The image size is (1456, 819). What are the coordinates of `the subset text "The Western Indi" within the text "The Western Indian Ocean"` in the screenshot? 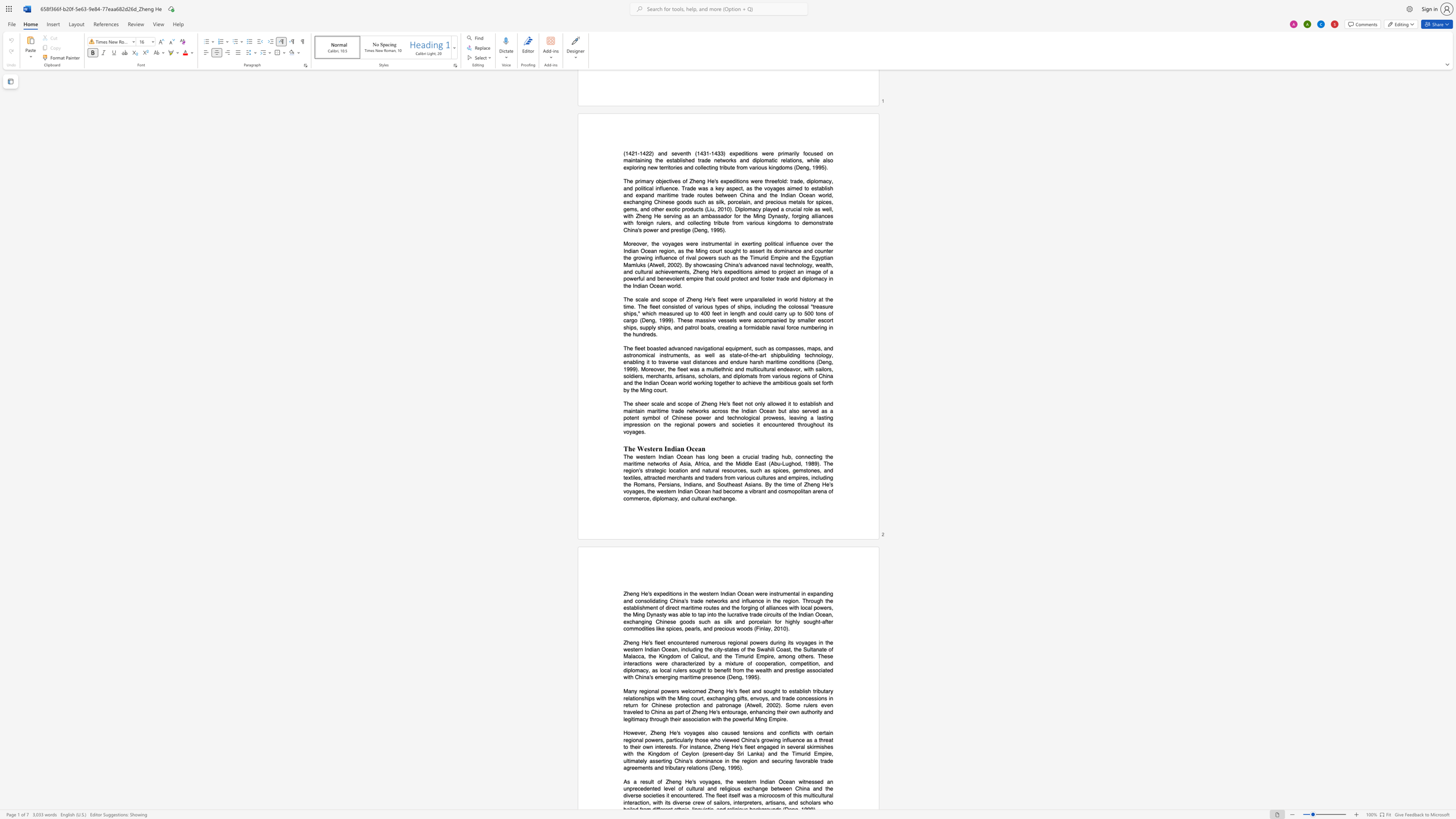 It's located at (623, 448).